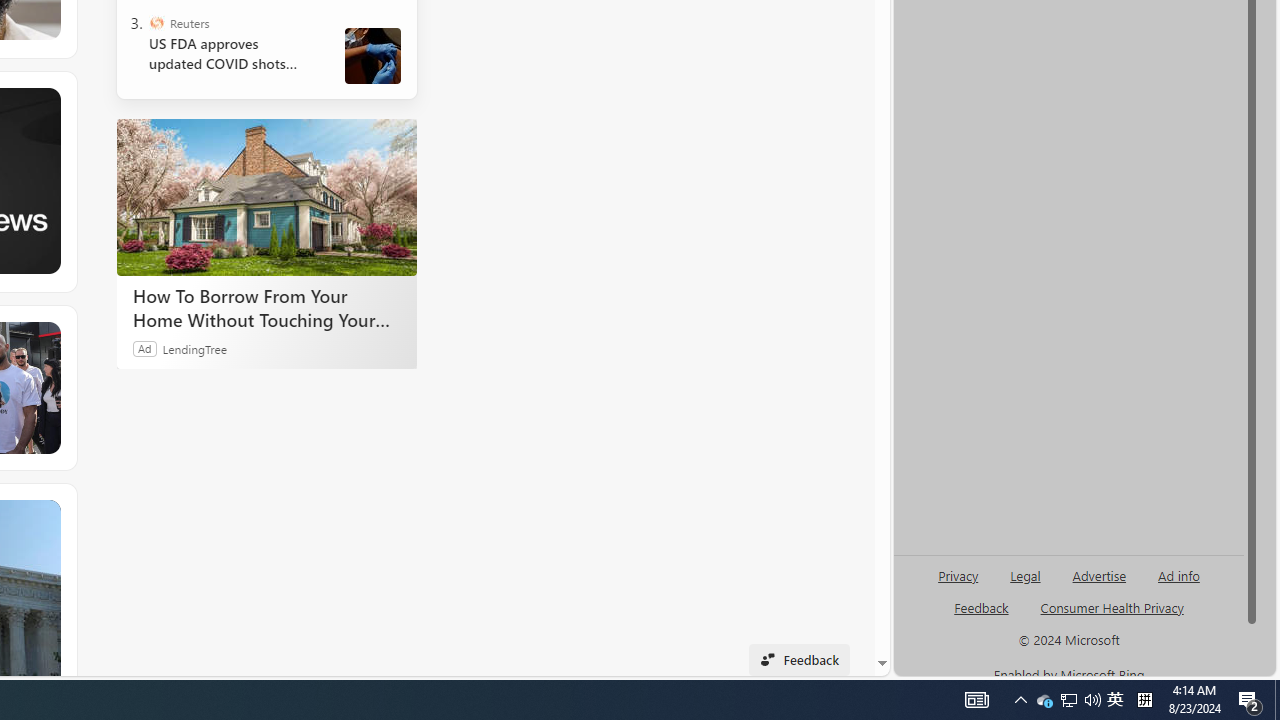  I want to click on 'US FDA approves updated COVID shots ahead of fall and winter', so click(231, 53).